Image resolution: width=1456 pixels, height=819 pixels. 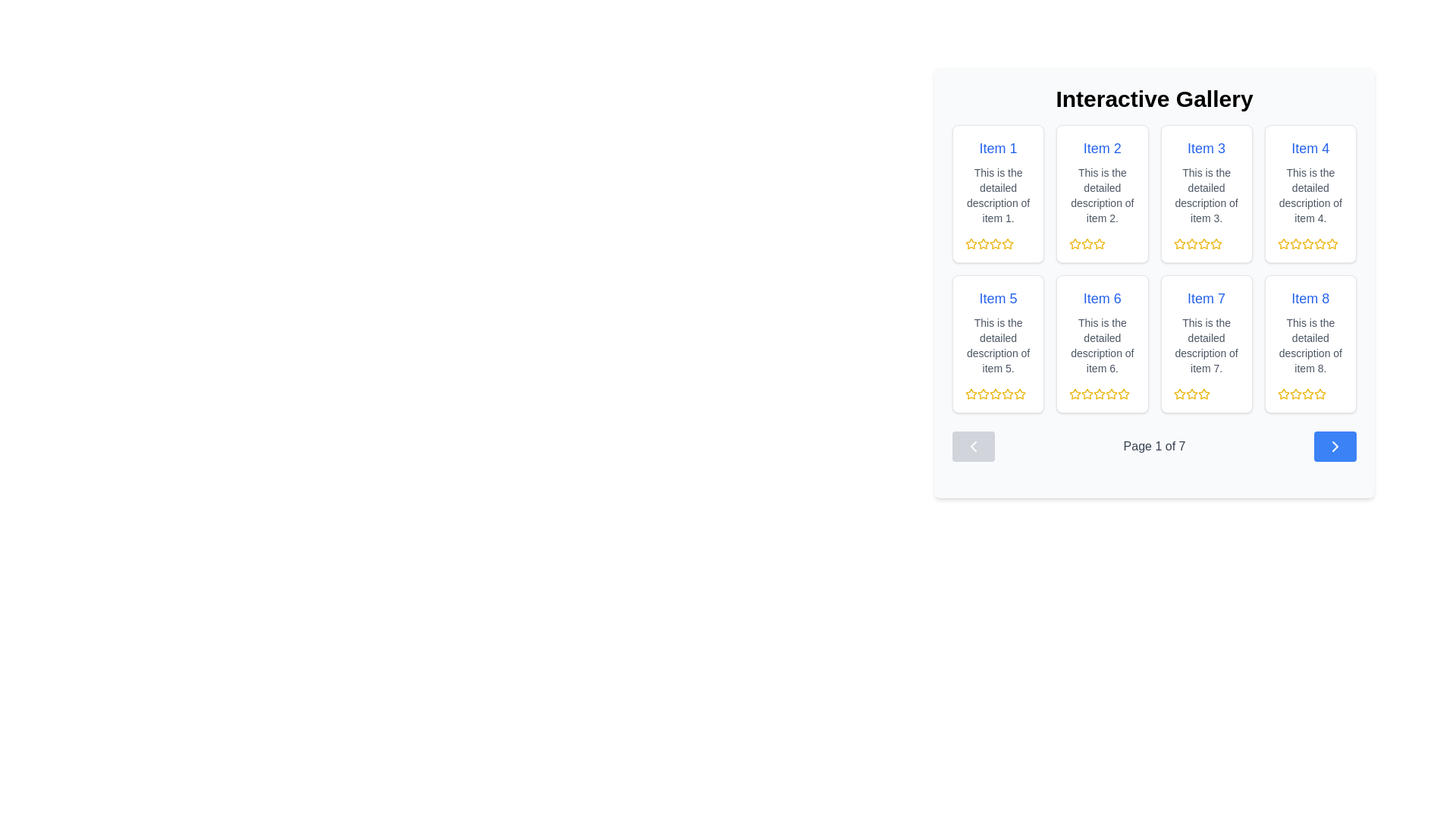 I want to click on the fourth star icon of the 5-star rating widget for 'Item 7' in the interactive gallery for accessibility, so click(x=1203, y=394).